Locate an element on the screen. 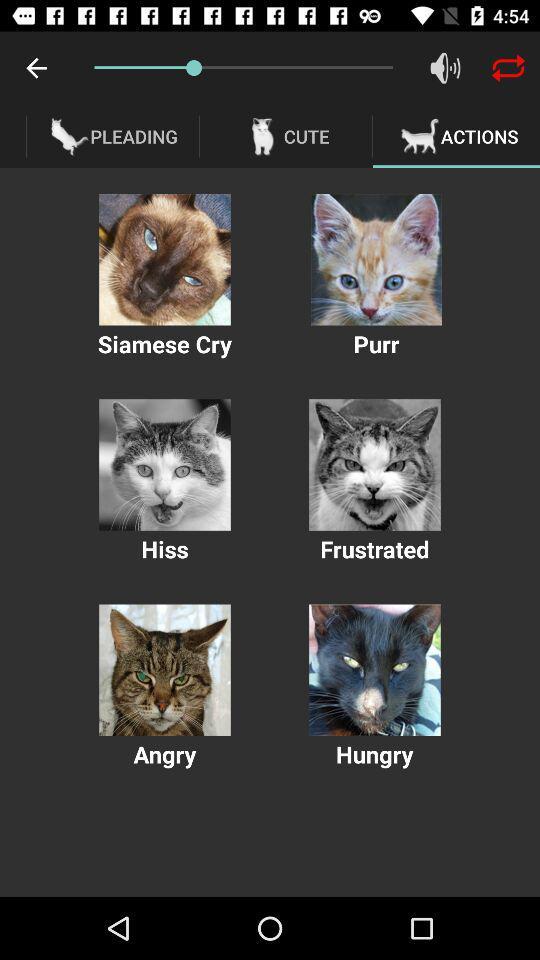 The width and height of the screenshot is (540, 960). audio volume is located at coordinates (445, 68).